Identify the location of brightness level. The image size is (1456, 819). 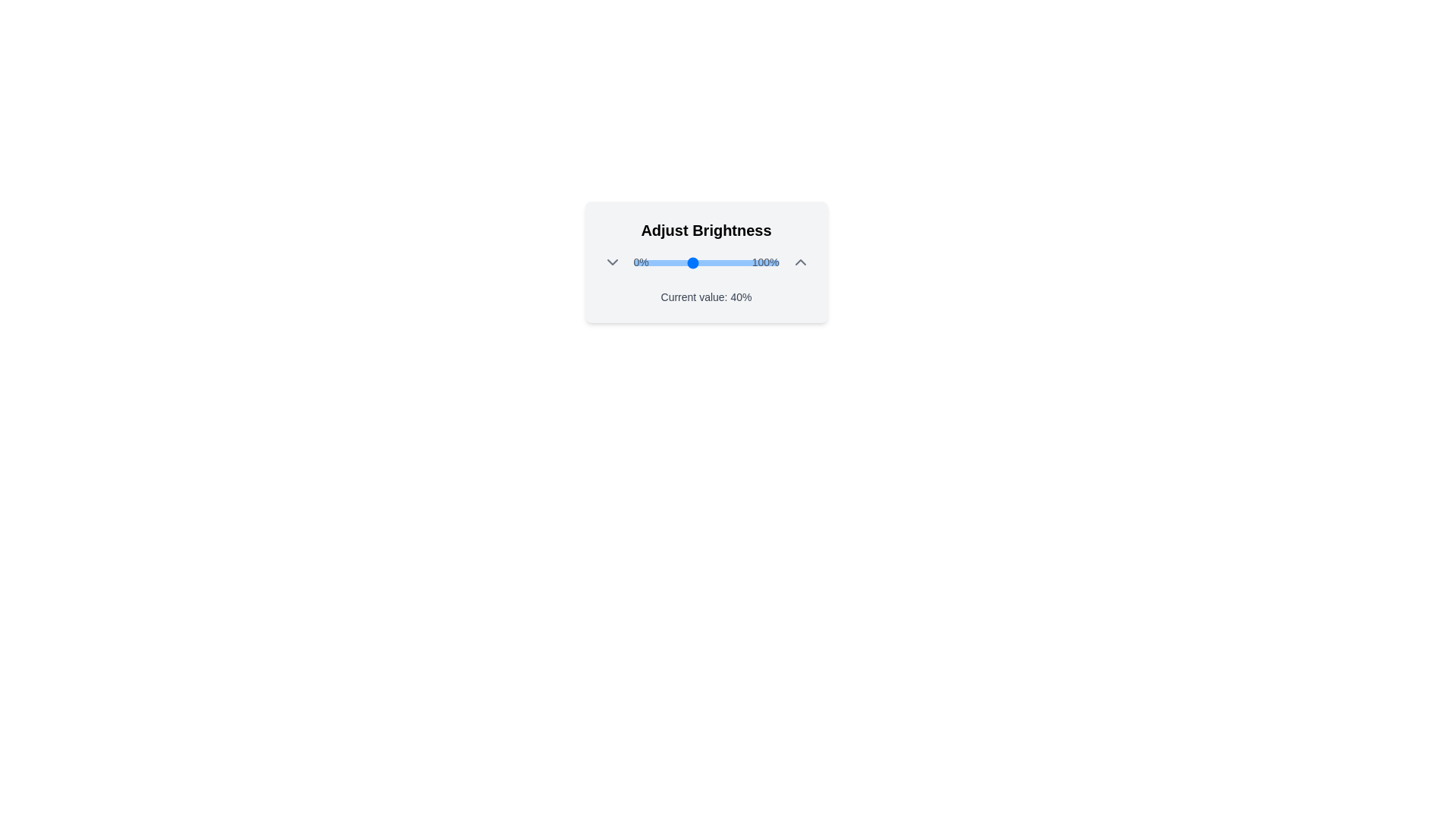
(655, 262).